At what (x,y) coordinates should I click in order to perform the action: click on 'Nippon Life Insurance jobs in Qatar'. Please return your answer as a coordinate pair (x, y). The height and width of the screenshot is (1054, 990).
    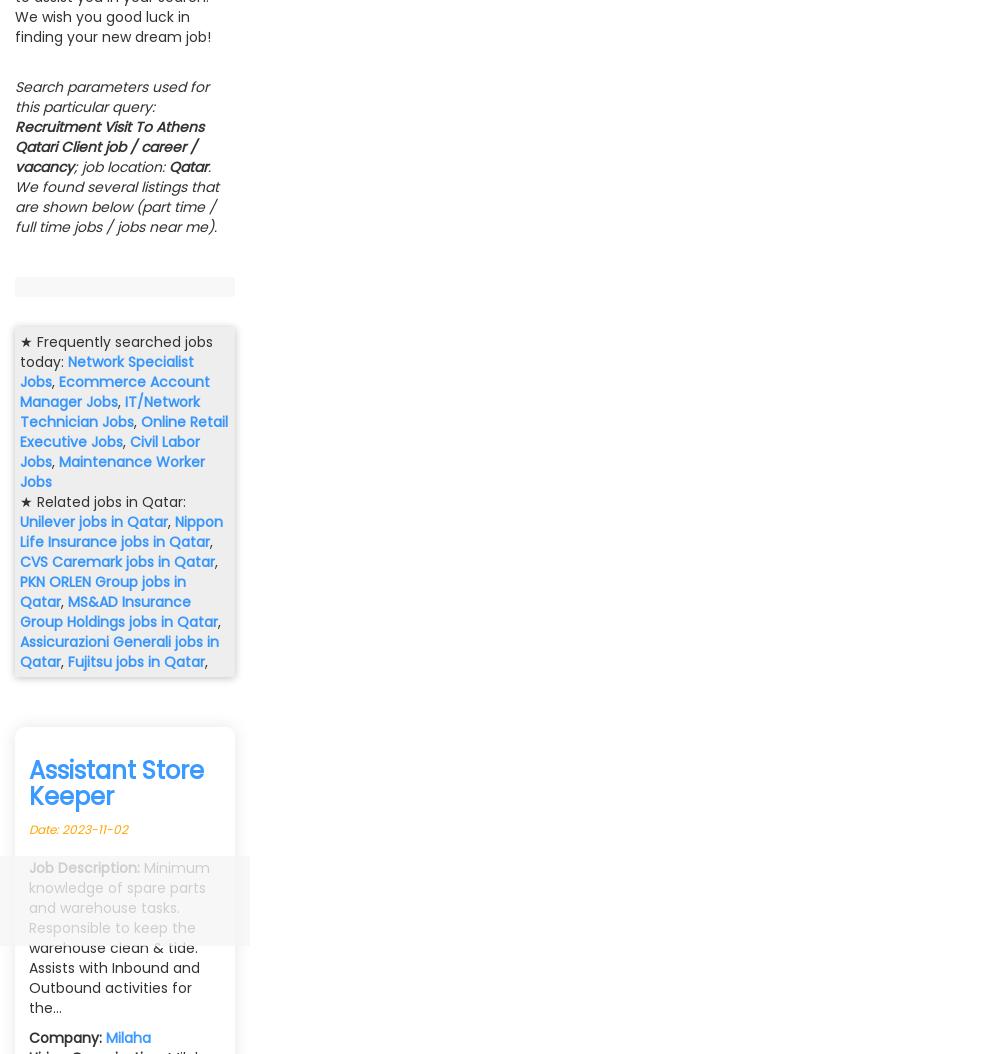
    Looking at the image, I should click on (120, 531).